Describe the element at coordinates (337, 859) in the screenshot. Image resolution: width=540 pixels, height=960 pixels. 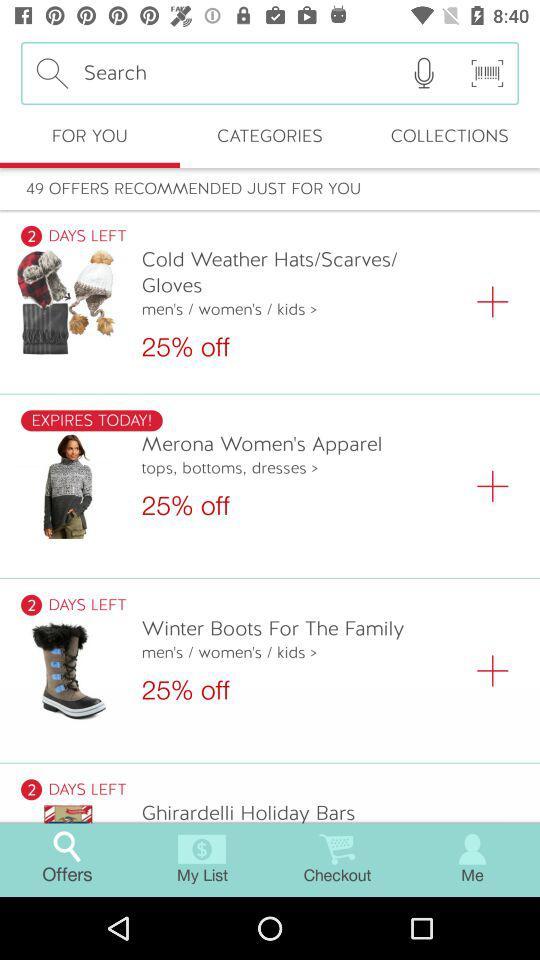
I see `the button which is next to my list` at that location.